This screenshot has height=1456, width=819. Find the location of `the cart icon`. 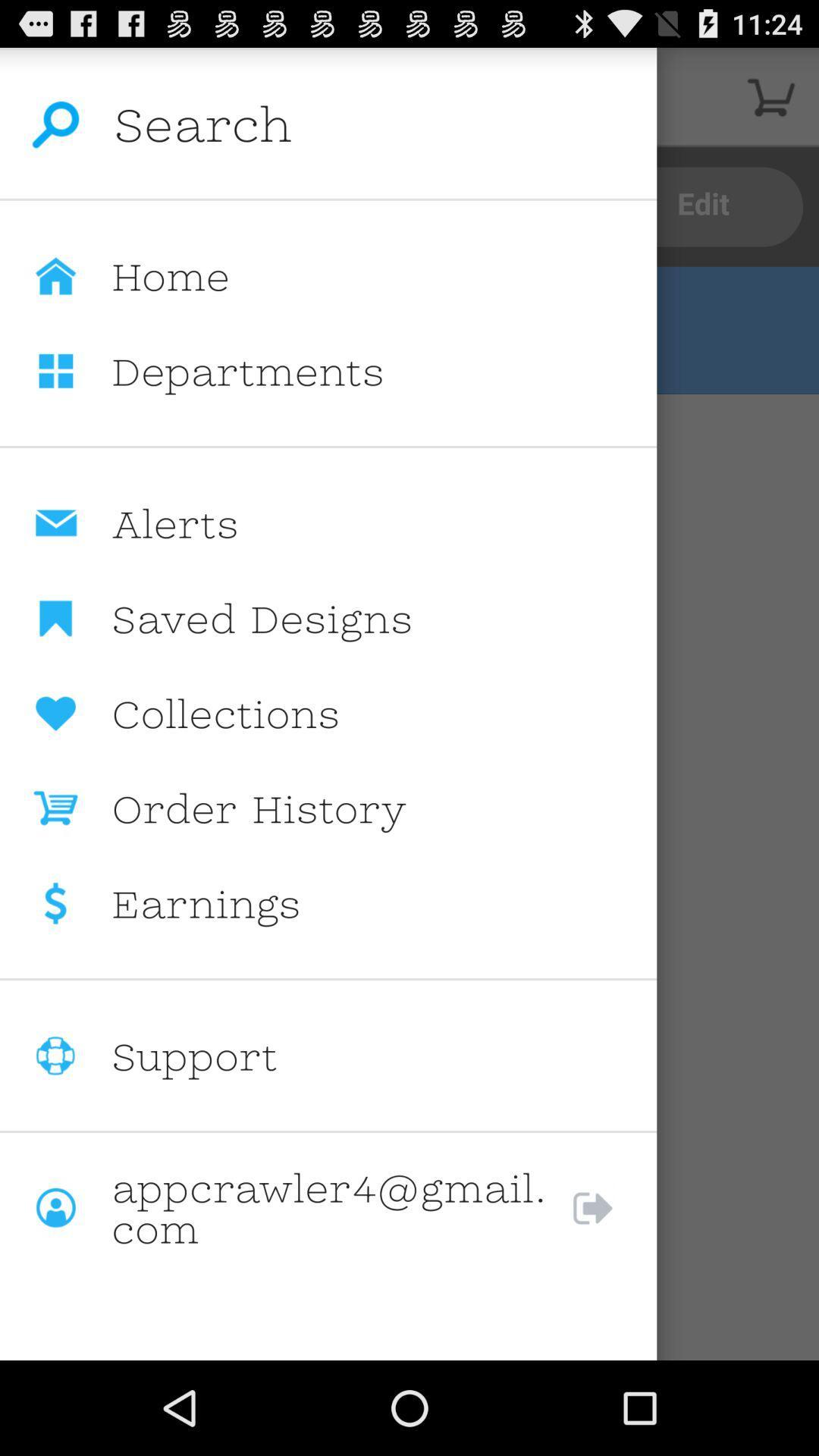

the cart icon is located at coordinates (771, 103).